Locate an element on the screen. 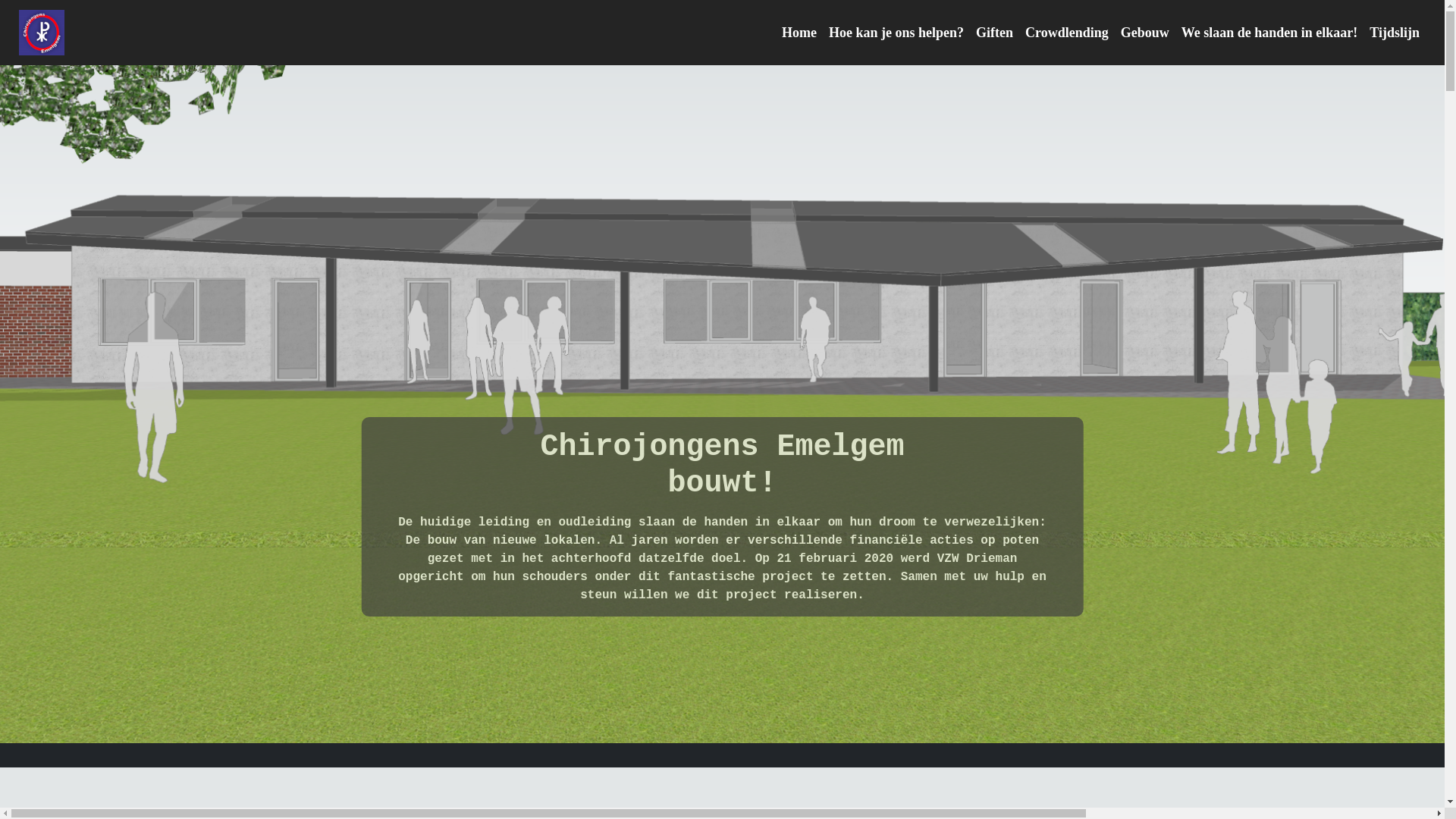 The width and height of the screenshot is (1456, 819). 'Giften' is located at coordinates (994, 33).